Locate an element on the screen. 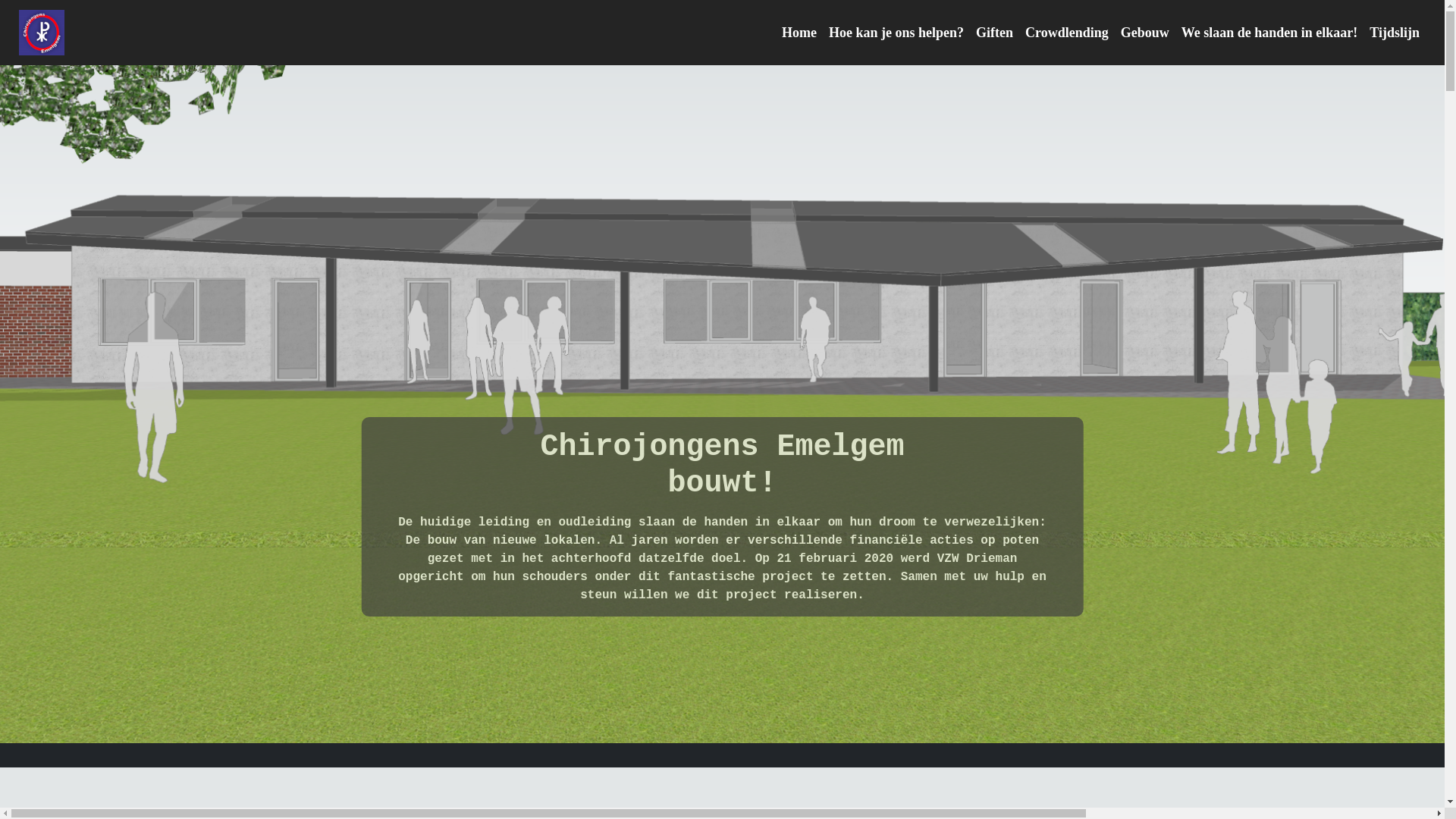 The width and height of the screenshot is (1456, 819). 'Giften' is located at coordinates (994, 33).